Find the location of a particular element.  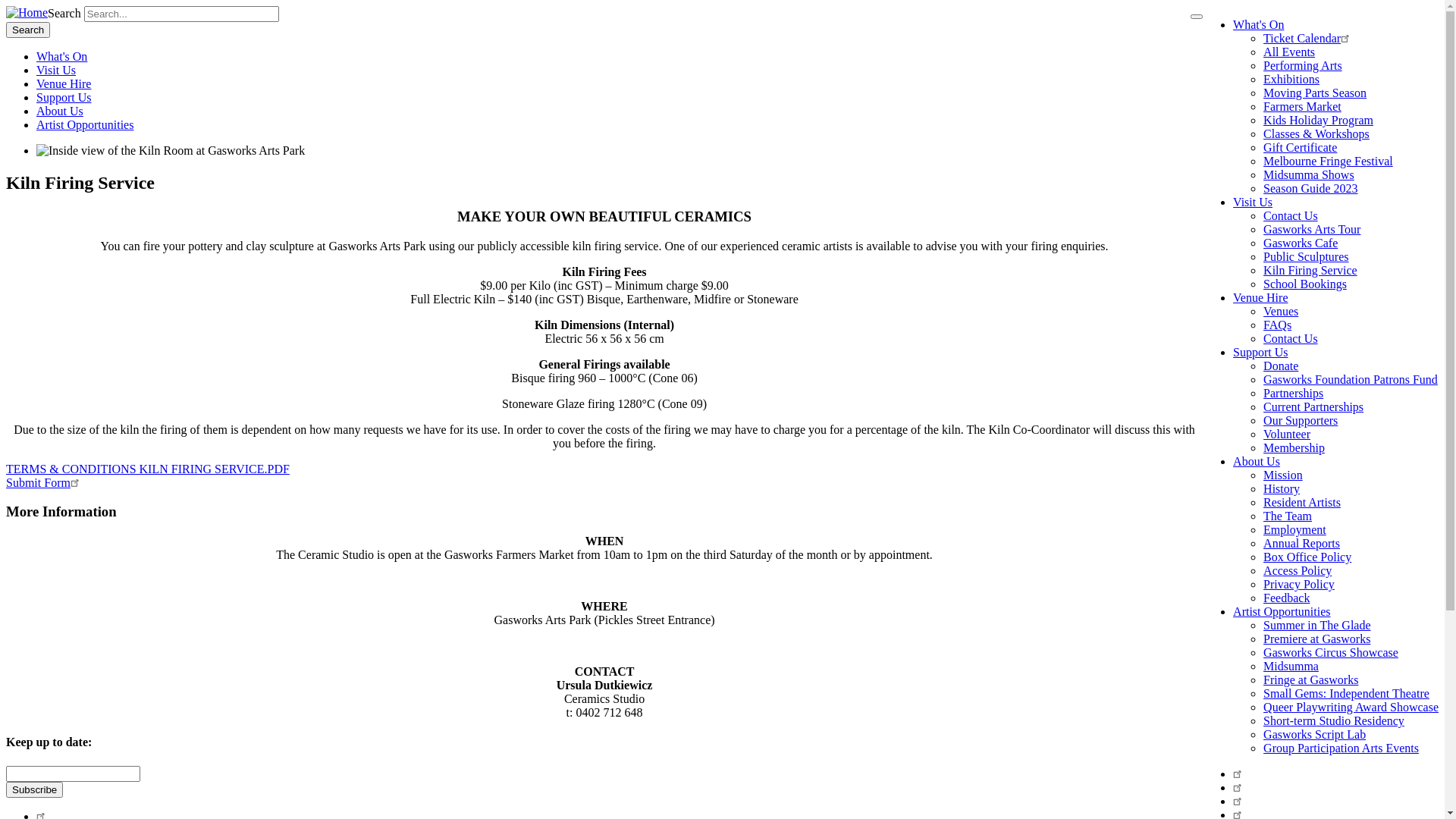

'Feedback' is located at coordinates (1285, 597).